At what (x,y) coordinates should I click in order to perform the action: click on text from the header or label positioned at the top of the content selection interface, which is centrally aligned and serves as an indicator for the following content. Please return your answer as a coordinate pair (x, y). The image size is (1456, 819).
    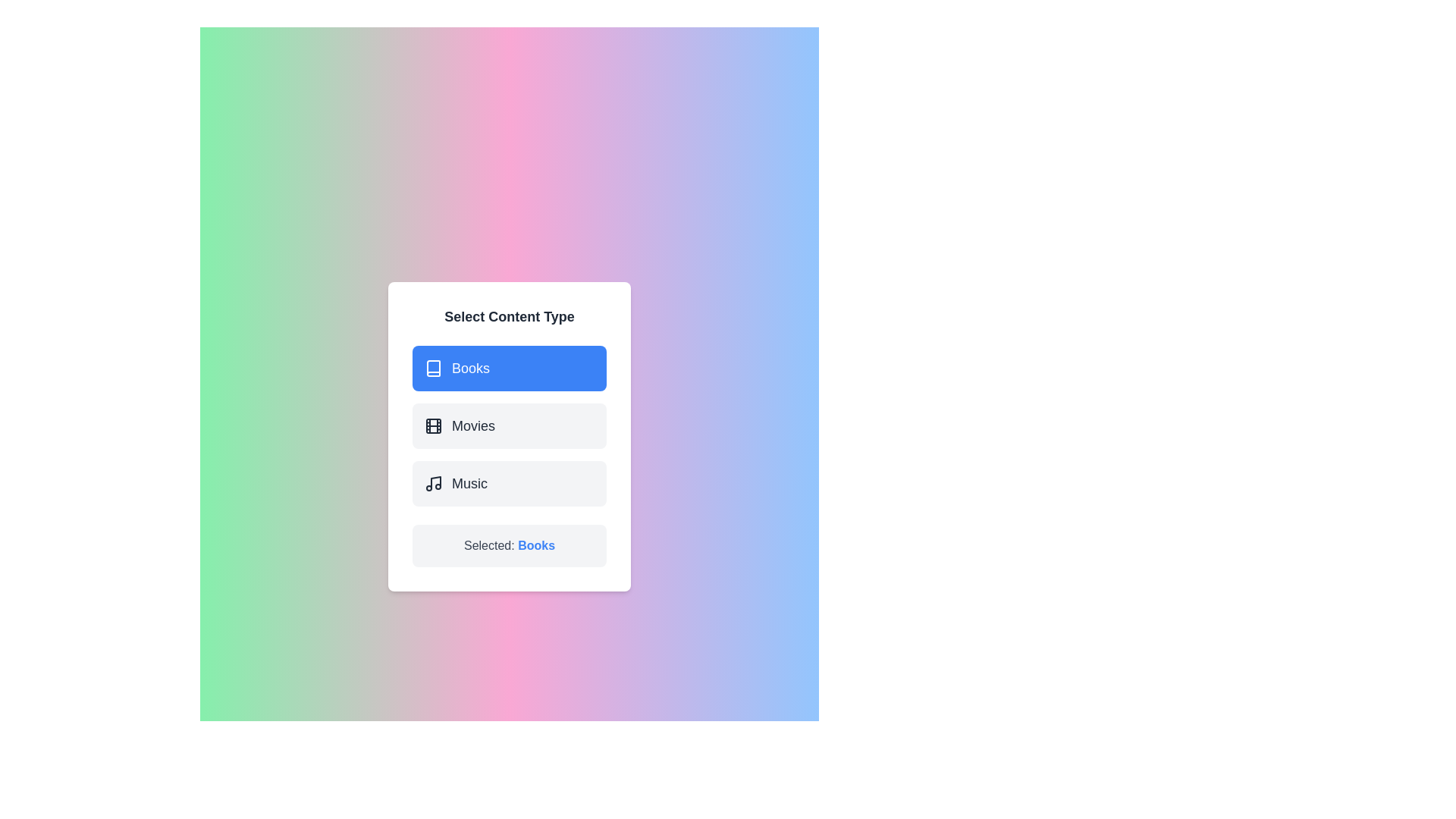
    Looking at the image, I should click on (510, 315).